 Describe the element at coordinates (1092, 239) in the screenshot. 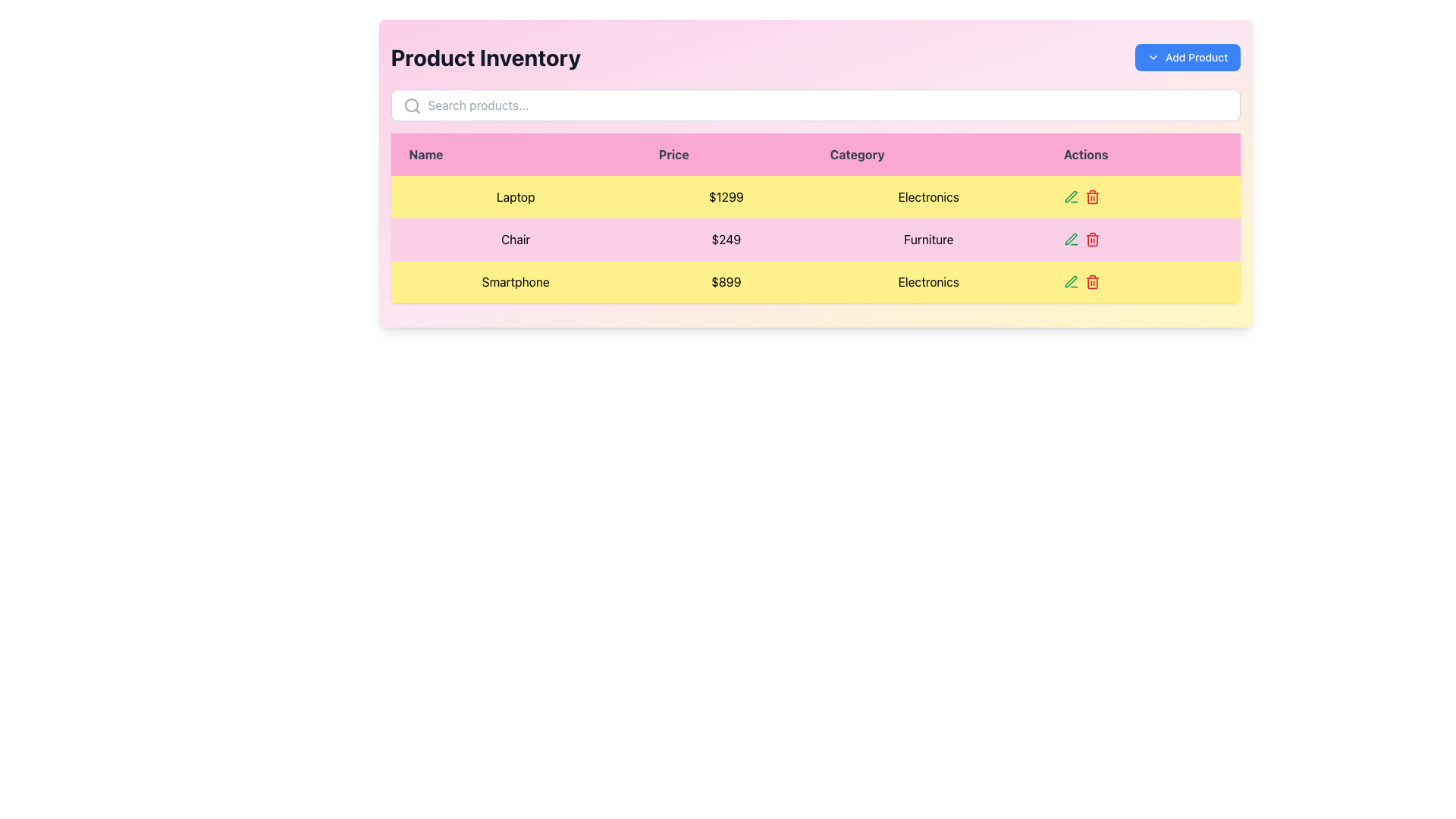

I see `the delete button in the second row of the Actions column` at that location.